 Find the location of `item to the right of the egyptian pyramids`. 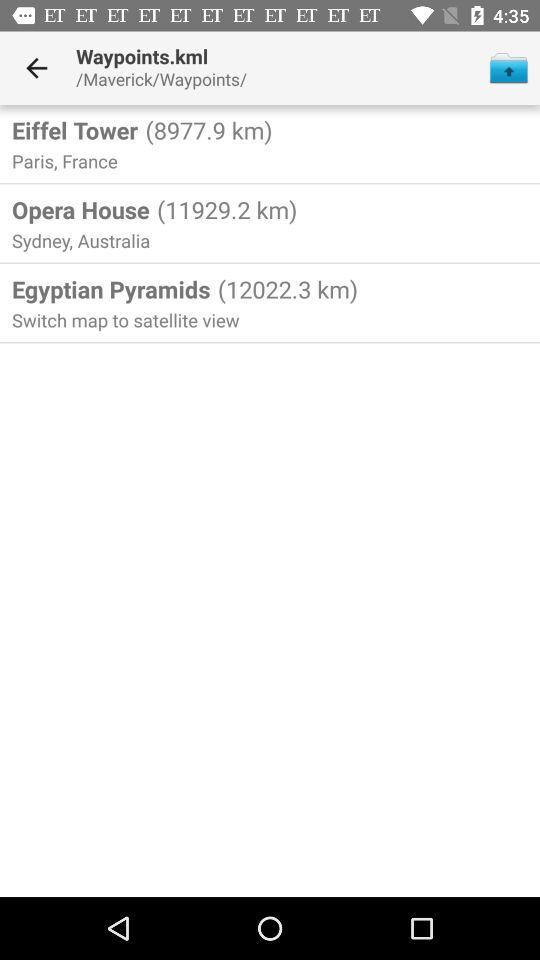

item to the right of the egyptian pyramids is located at coordinates (284, 288).